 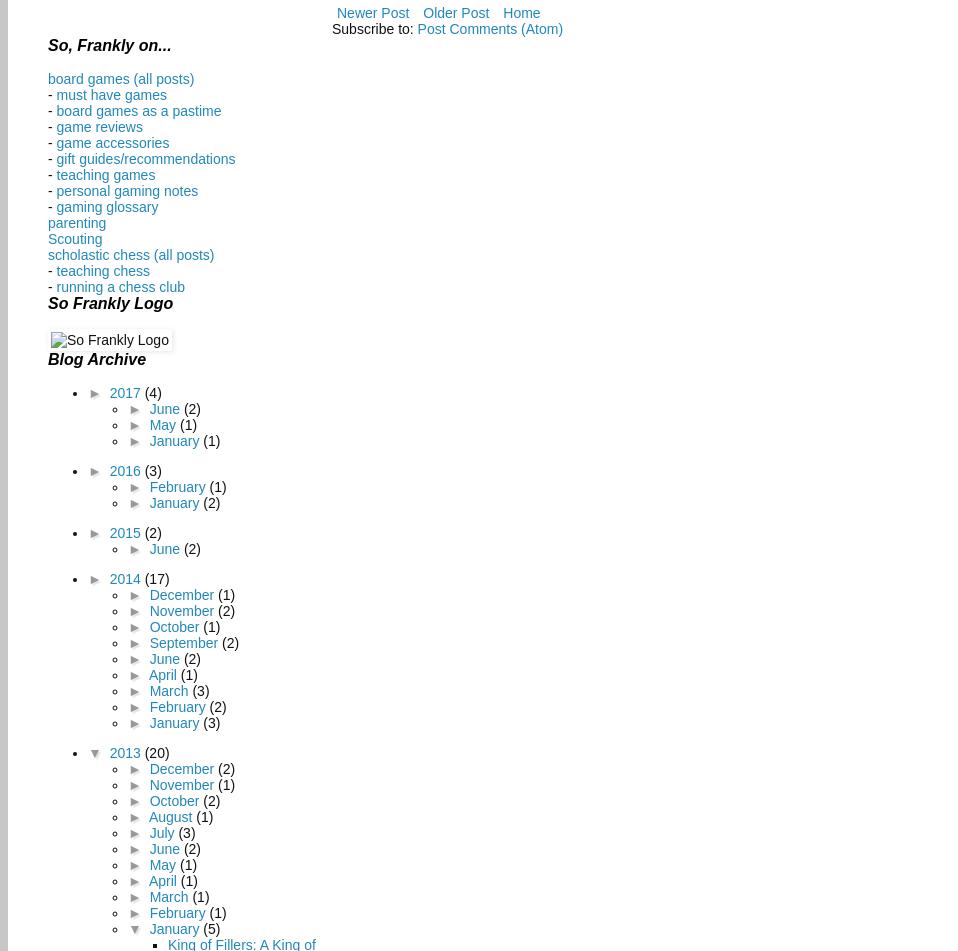 What do you see at coordinates (156, 577) in the screenshot?
I see `'(17)'` at bounding box center [156, 577].